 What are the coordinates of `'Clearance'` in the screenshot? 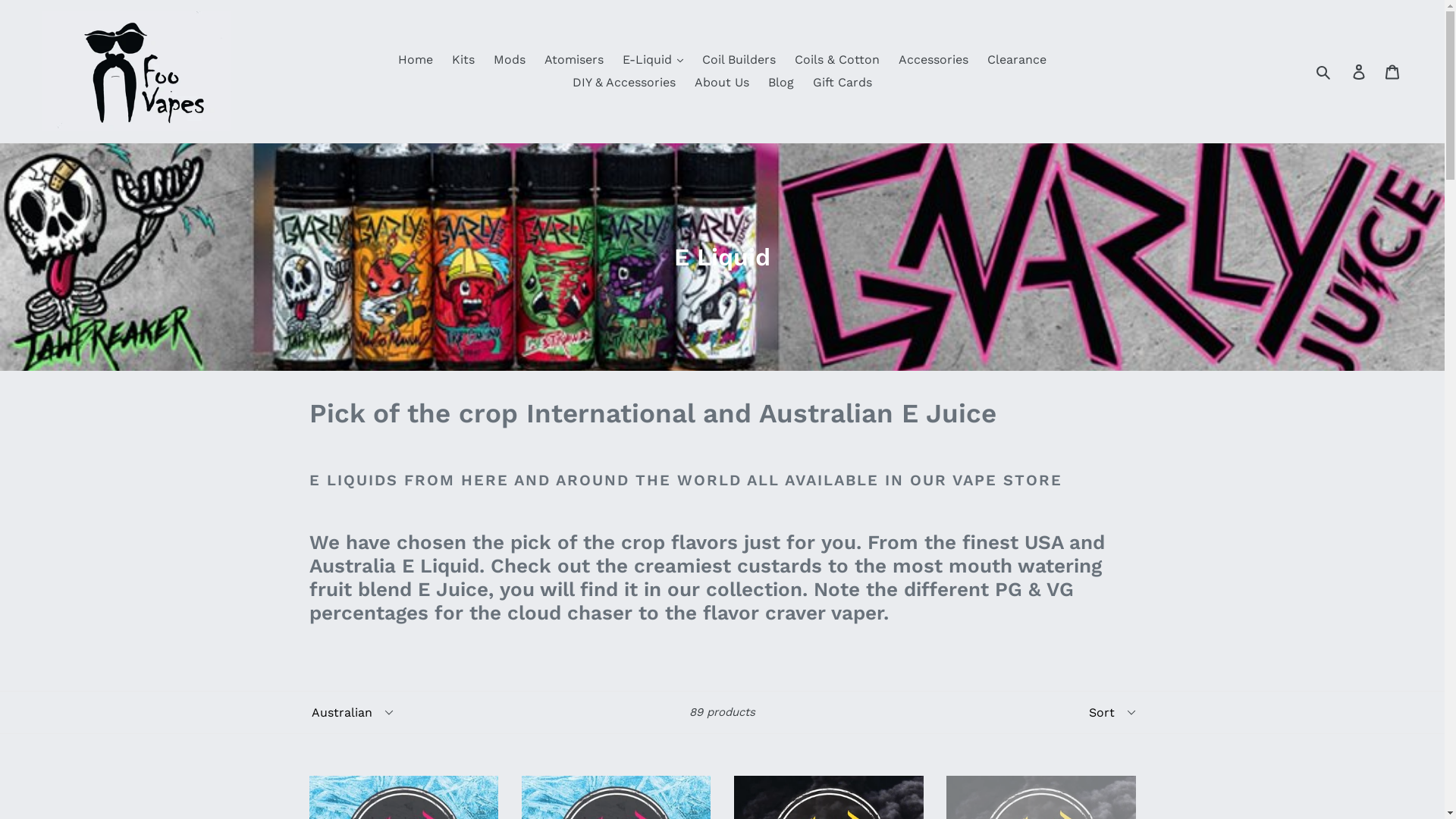 It's located at (1016, 58).